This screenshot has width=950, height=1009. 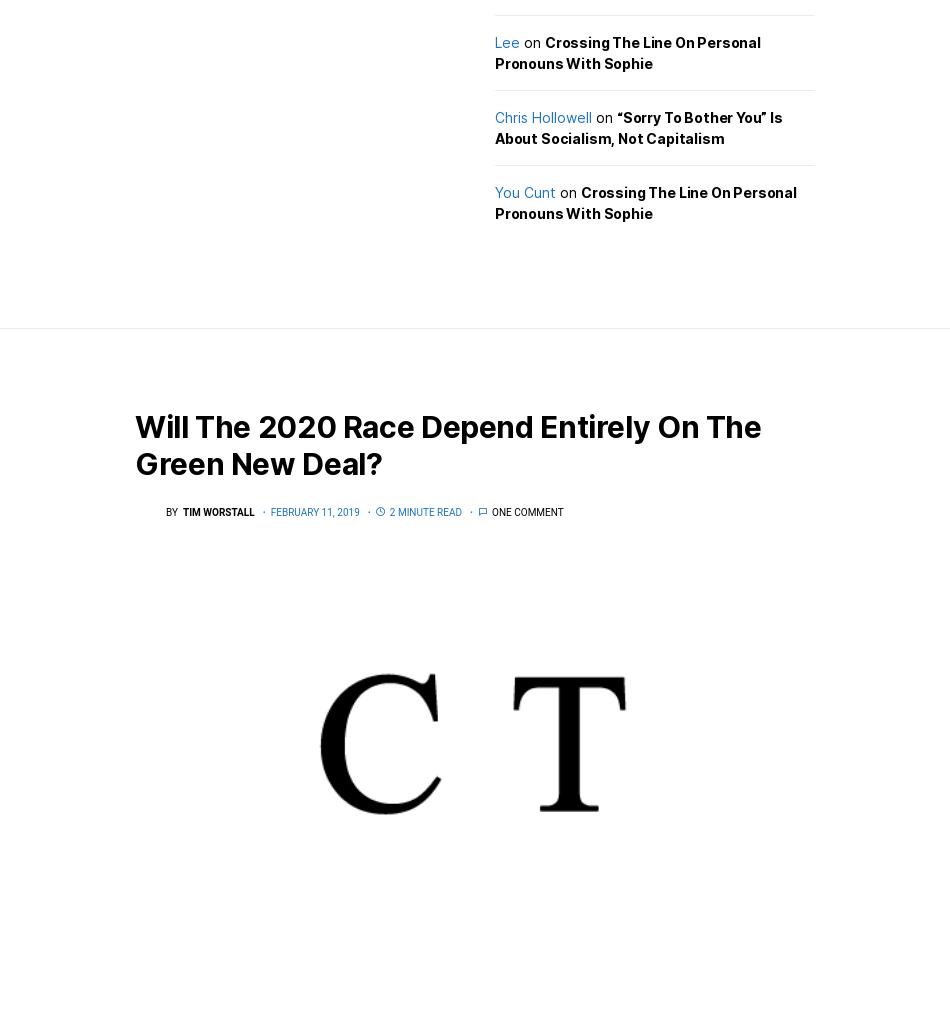 What do you see at coordinates (507, 40) in the screenshot?
I see `'Lee'` at bounding box center [507, 40].